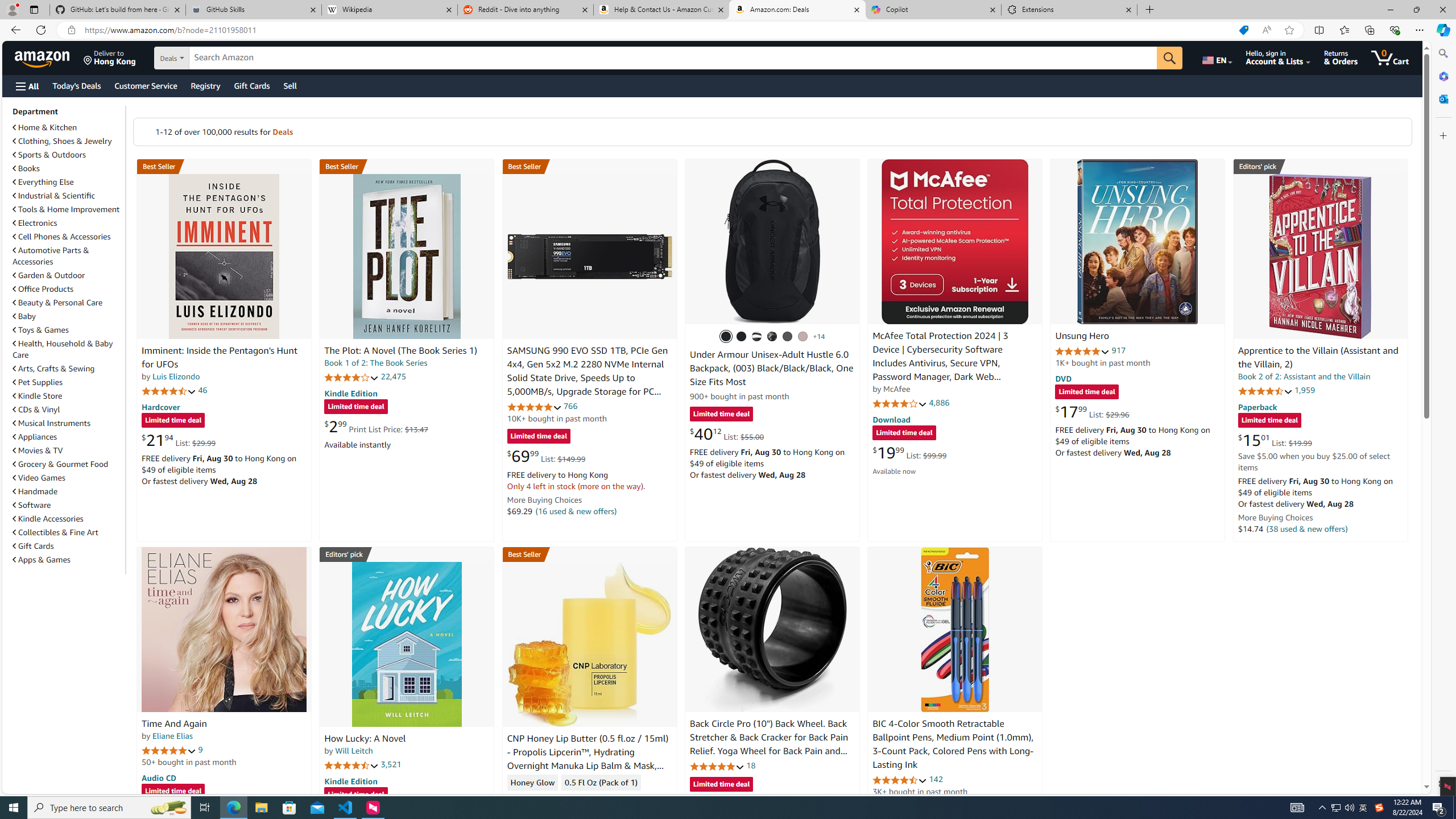 The image size is (1456, 819). What do you see at coordinates (67, 368) in the screenshot?
I see `'Arts, Crafts & Sewing'` at bounding box center [67, 368].